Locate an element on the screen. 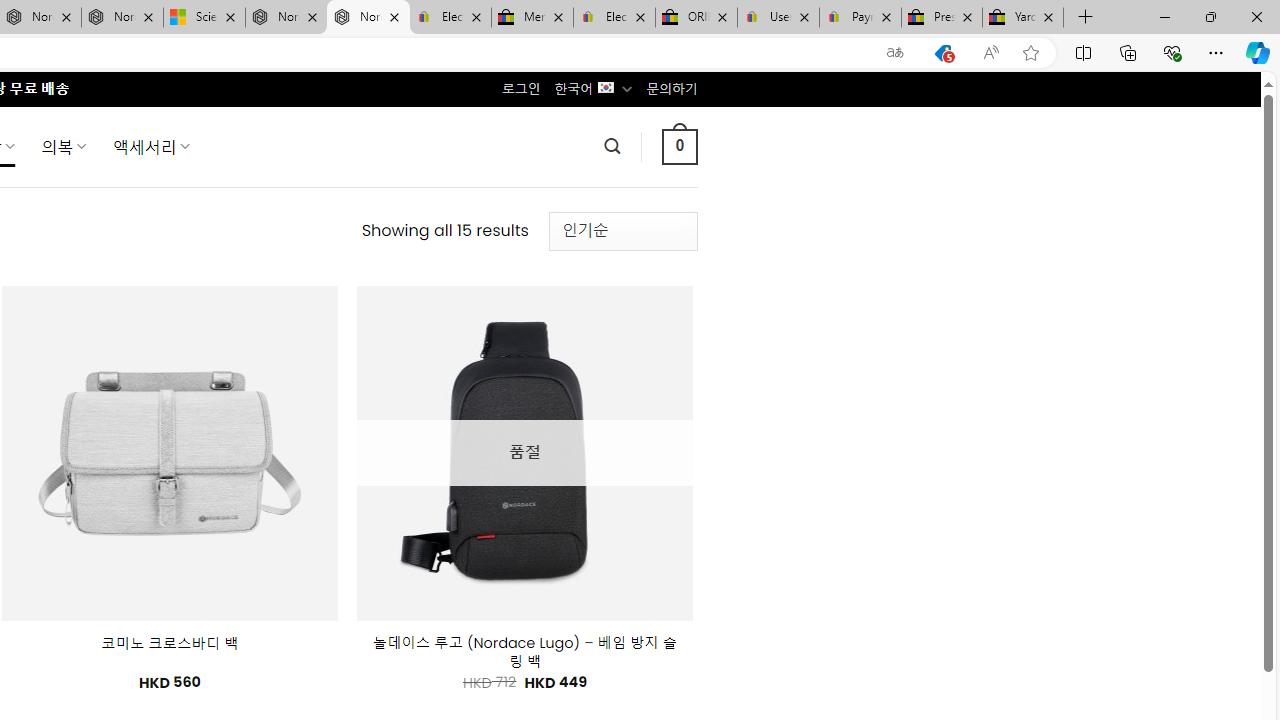 The image size is (1280, 720). 'Payments Terms of Use | eBay.com' is located at coordinates (860, 17).